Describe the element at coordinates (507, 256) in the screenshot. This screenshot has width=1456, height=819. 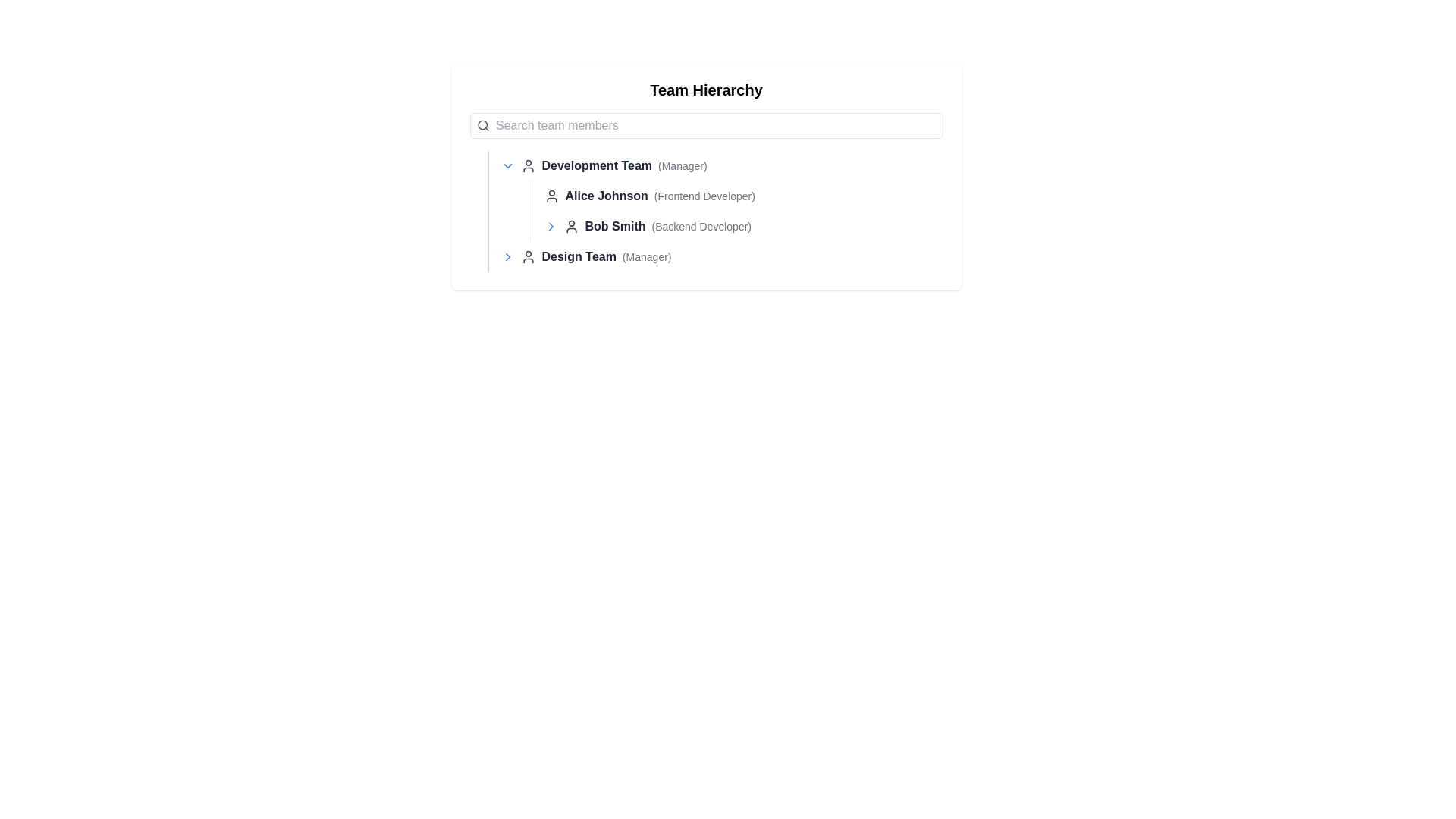
I see `the Chevron icon located at the leftmost edge of the hierarchical view to trigger a tooltip` at that location.